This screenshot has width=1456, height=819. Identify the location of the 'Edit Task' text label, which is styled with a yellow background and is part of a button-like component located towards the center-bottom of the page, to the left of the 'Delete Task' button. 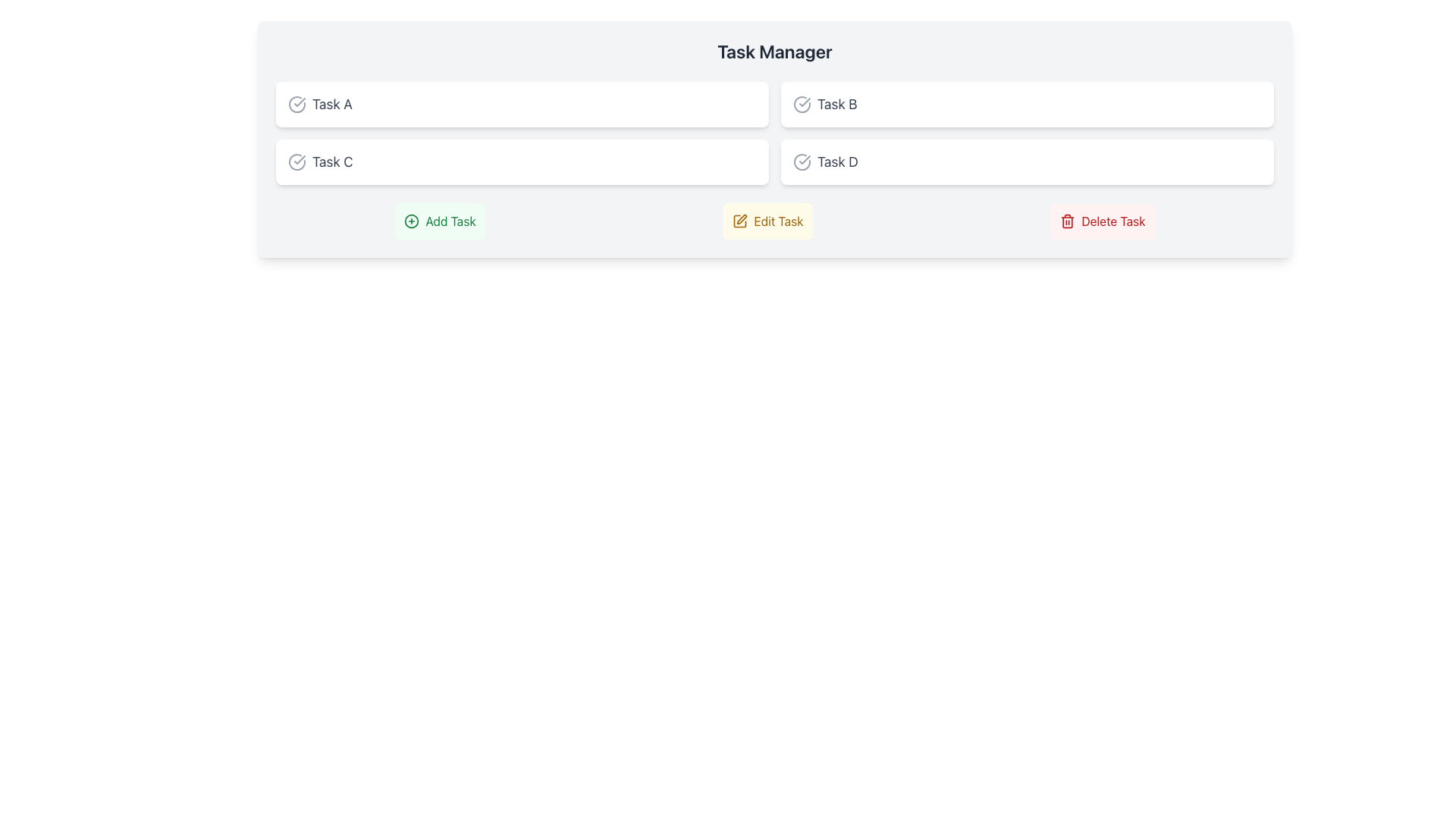
(779, 221).